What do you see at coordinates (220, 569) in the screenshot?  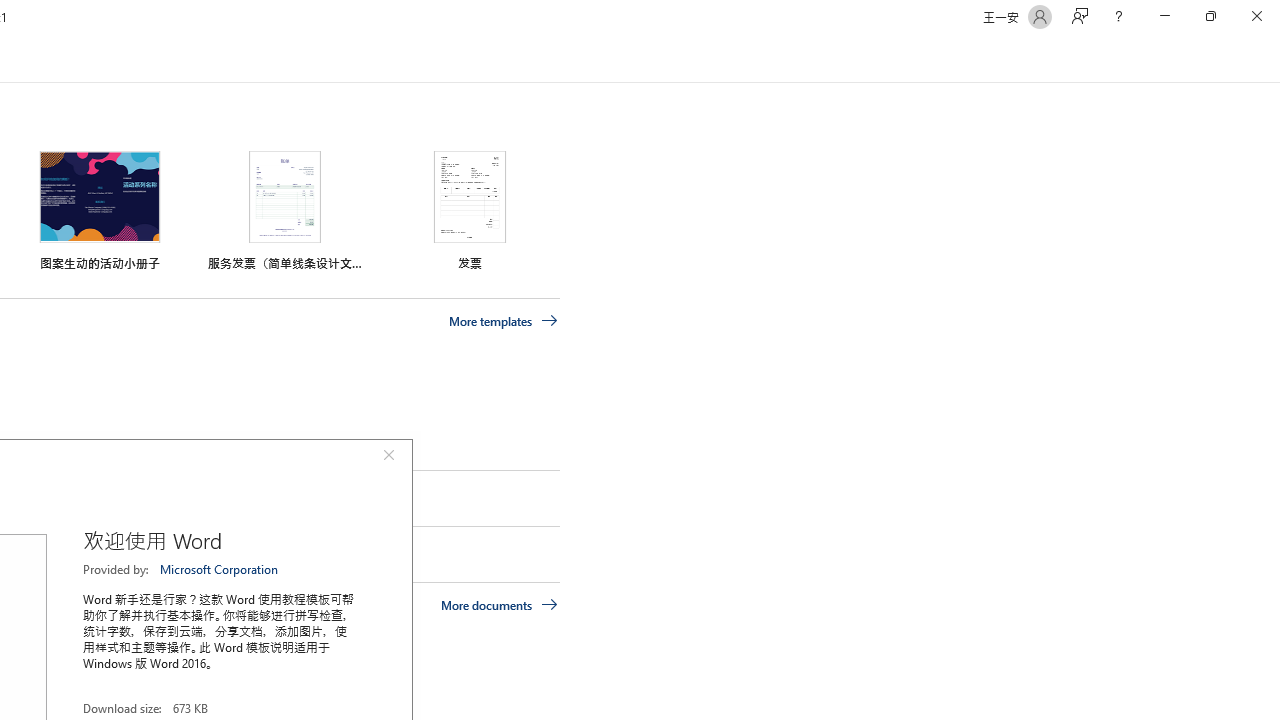 I see `'Microsoft Corporation'` at bounding box center [220, 569].